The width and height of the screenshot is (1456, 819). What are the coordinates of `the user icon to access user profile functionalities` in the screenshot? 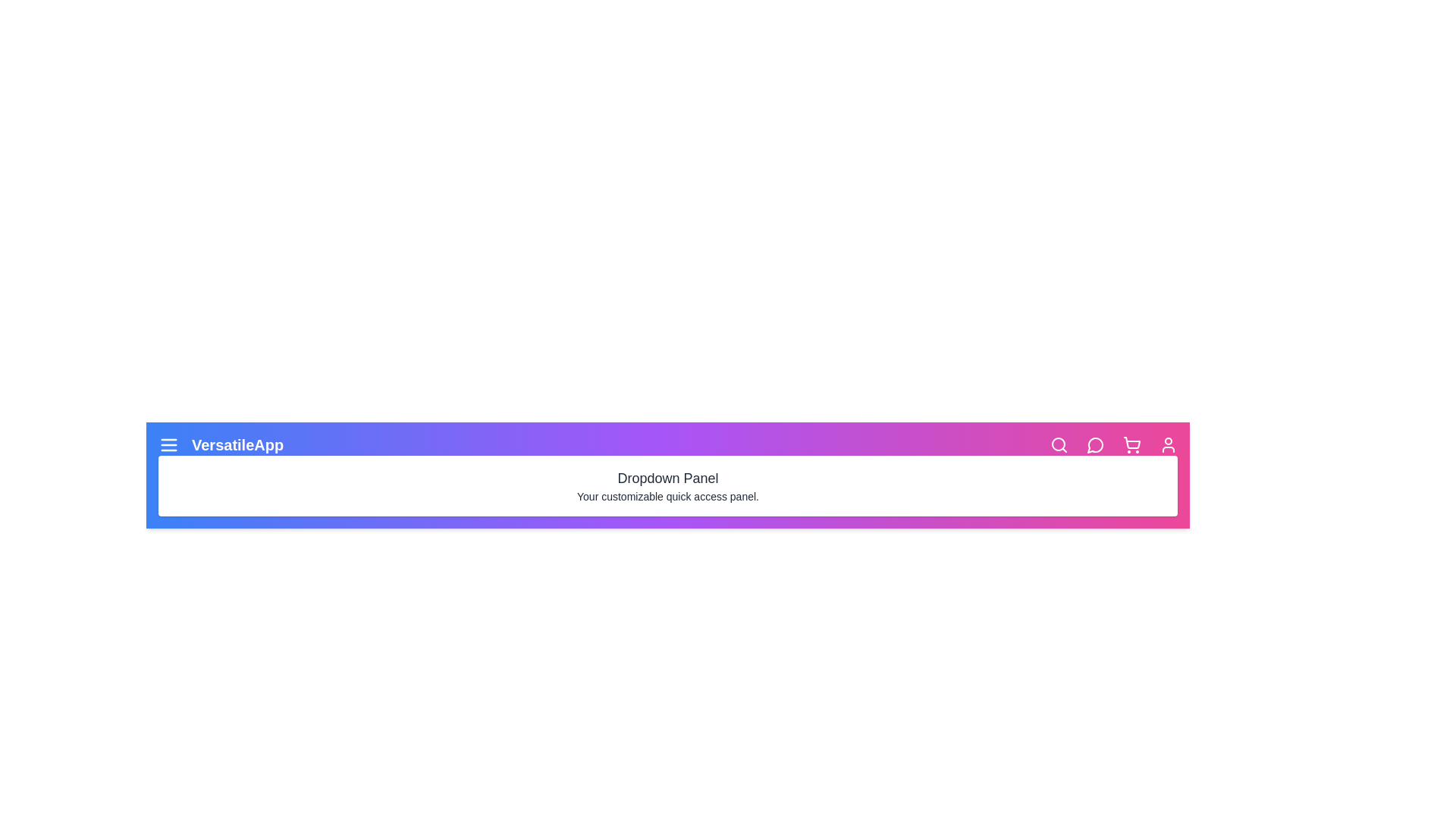 It's located at (1167, 444).